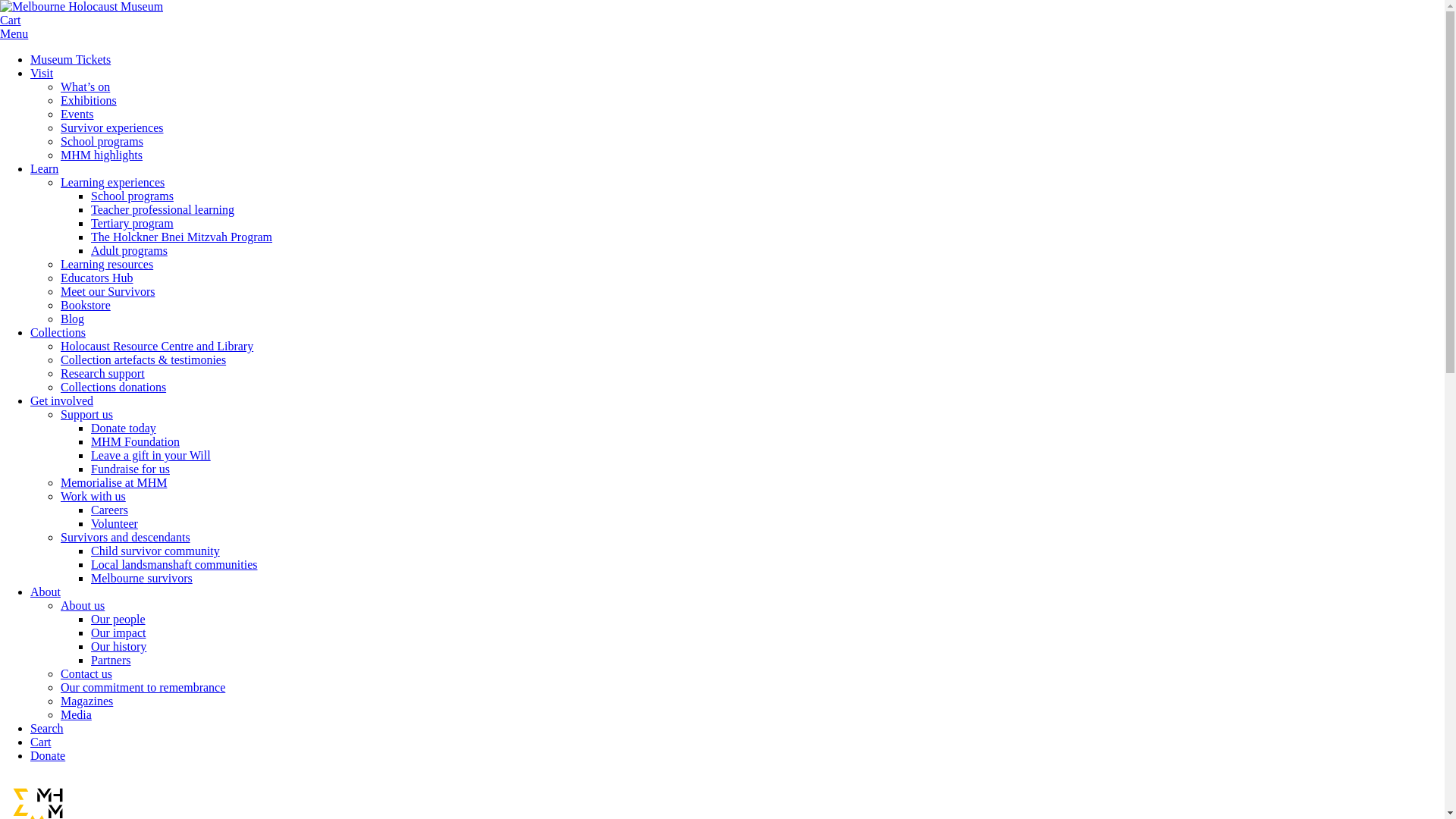  I want to click on 'Menu', so click(14, 33).